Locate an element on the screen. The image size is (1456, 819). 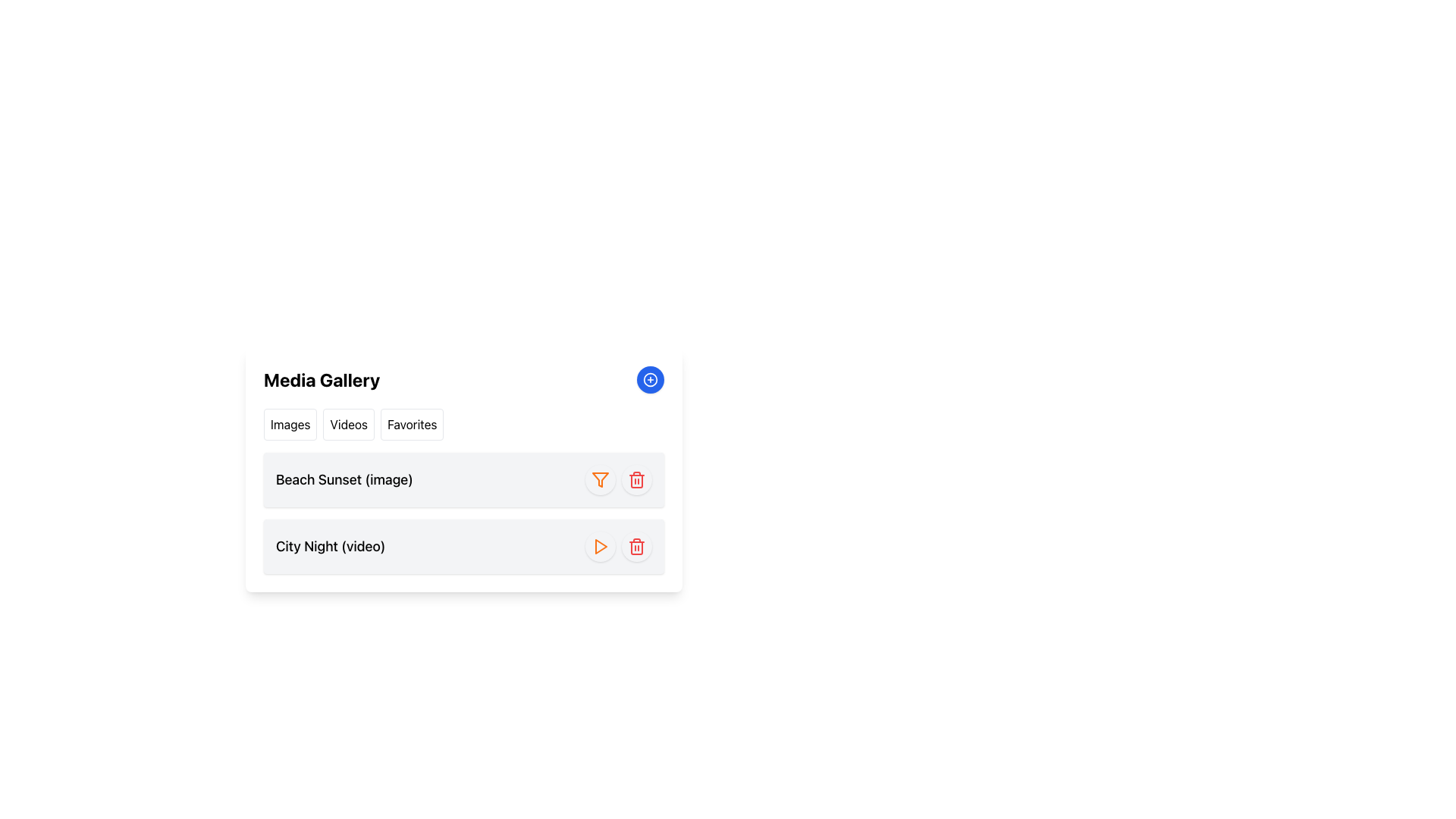
the 'Videos' button, the second button in a horizontal group labeled 'Images', 'Videos', and 'Favorites', for keyboard navigation is located at coordinates (348, 424).